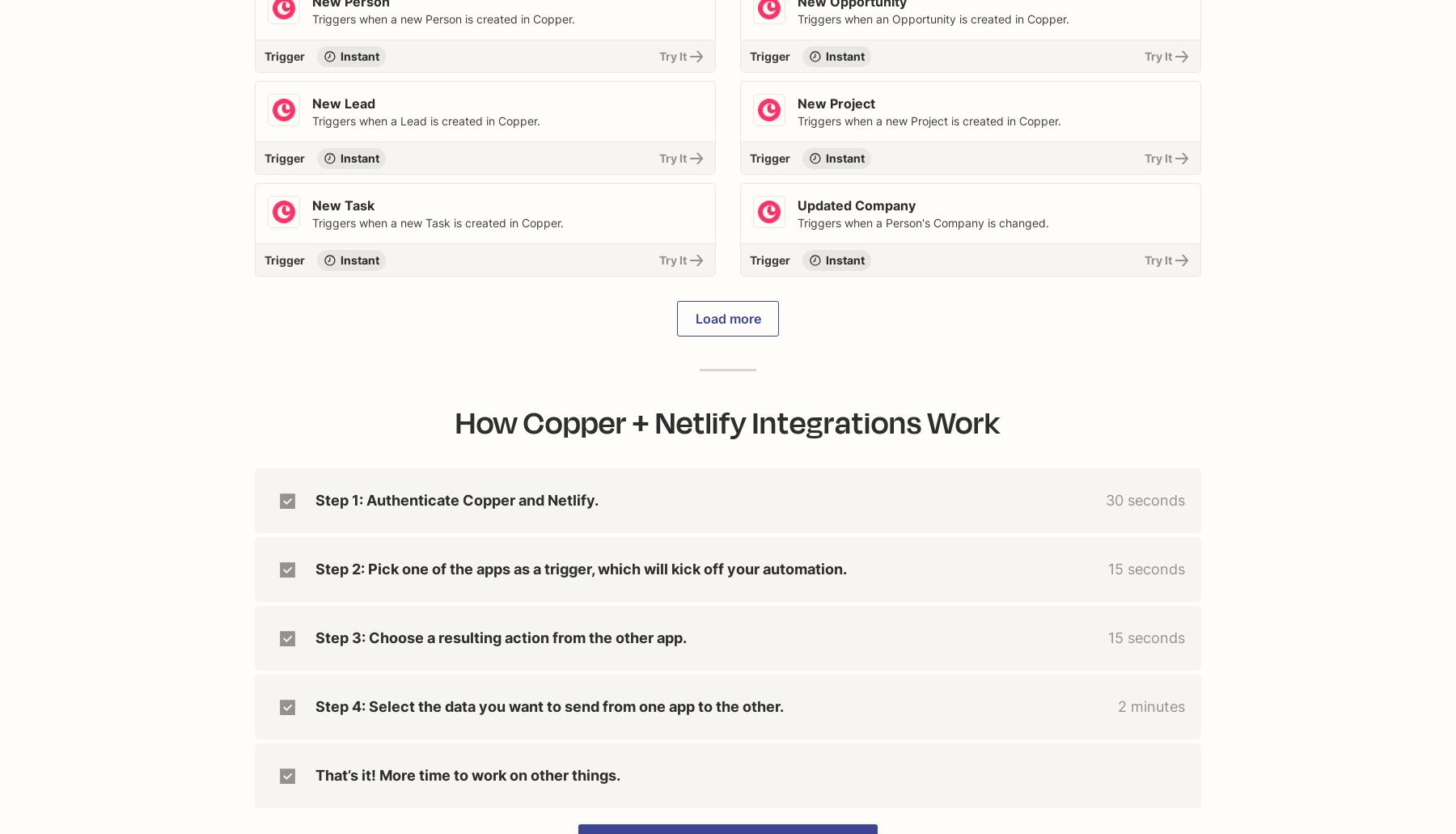 The width and height of the screenshot is (1456, 834). Describe the element at coordinates (836, 103) in the screenshot. I see `'New Project'` at that location.